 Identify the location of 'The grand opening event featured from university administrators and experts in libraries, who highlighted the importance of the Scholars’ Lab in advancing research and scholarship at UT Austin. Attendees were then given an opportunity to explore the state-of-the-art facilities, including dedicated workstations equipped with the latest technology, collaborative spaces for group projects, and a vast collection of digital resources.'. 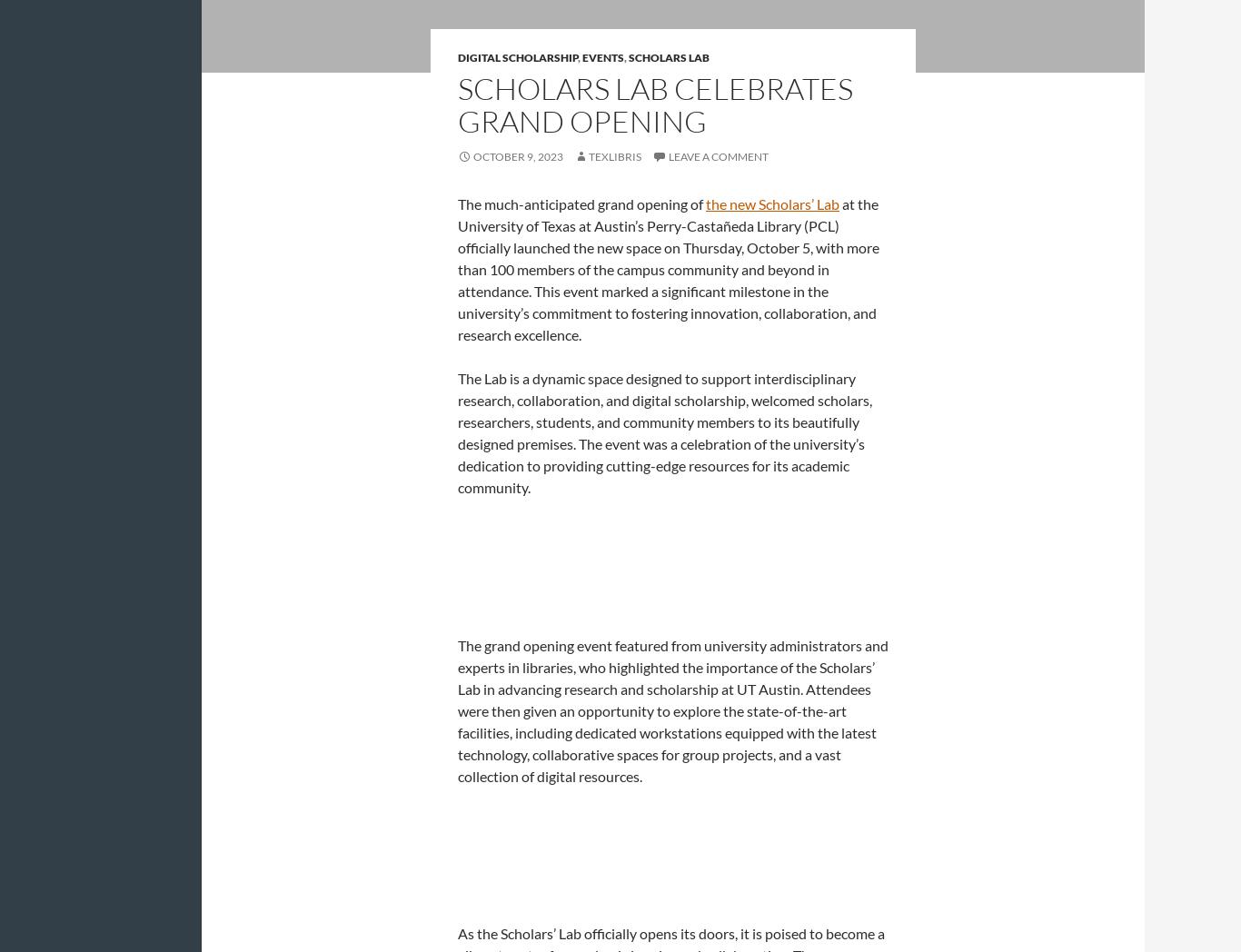
(673, 709).